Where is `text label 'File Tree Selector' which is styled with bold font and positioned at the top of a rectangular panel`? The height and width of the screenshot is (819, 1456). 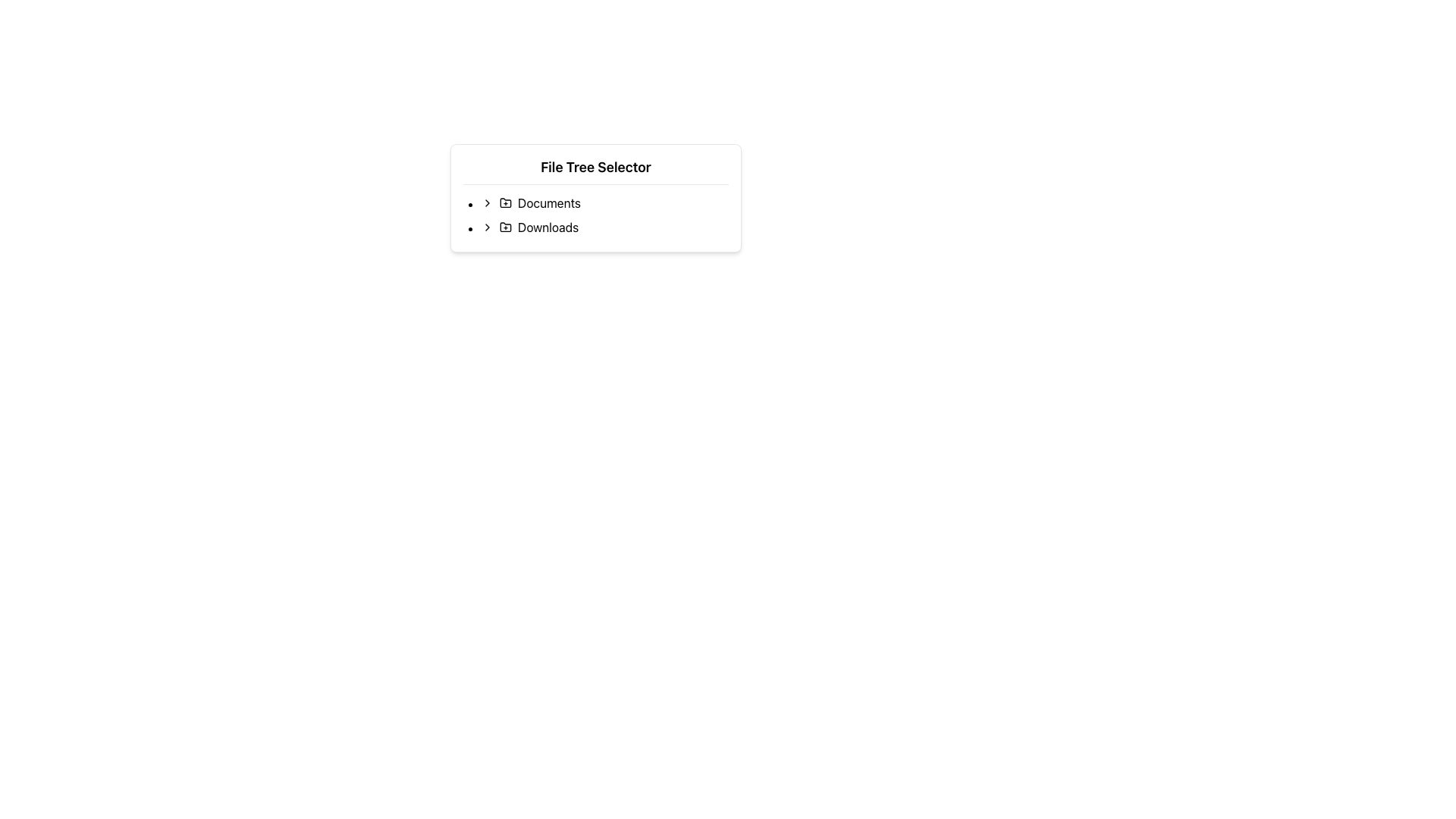
text label 'File Tree Selector' which is styled with bold font and positioned at the top of a rectangular panel is located at coordinates (595, 167).